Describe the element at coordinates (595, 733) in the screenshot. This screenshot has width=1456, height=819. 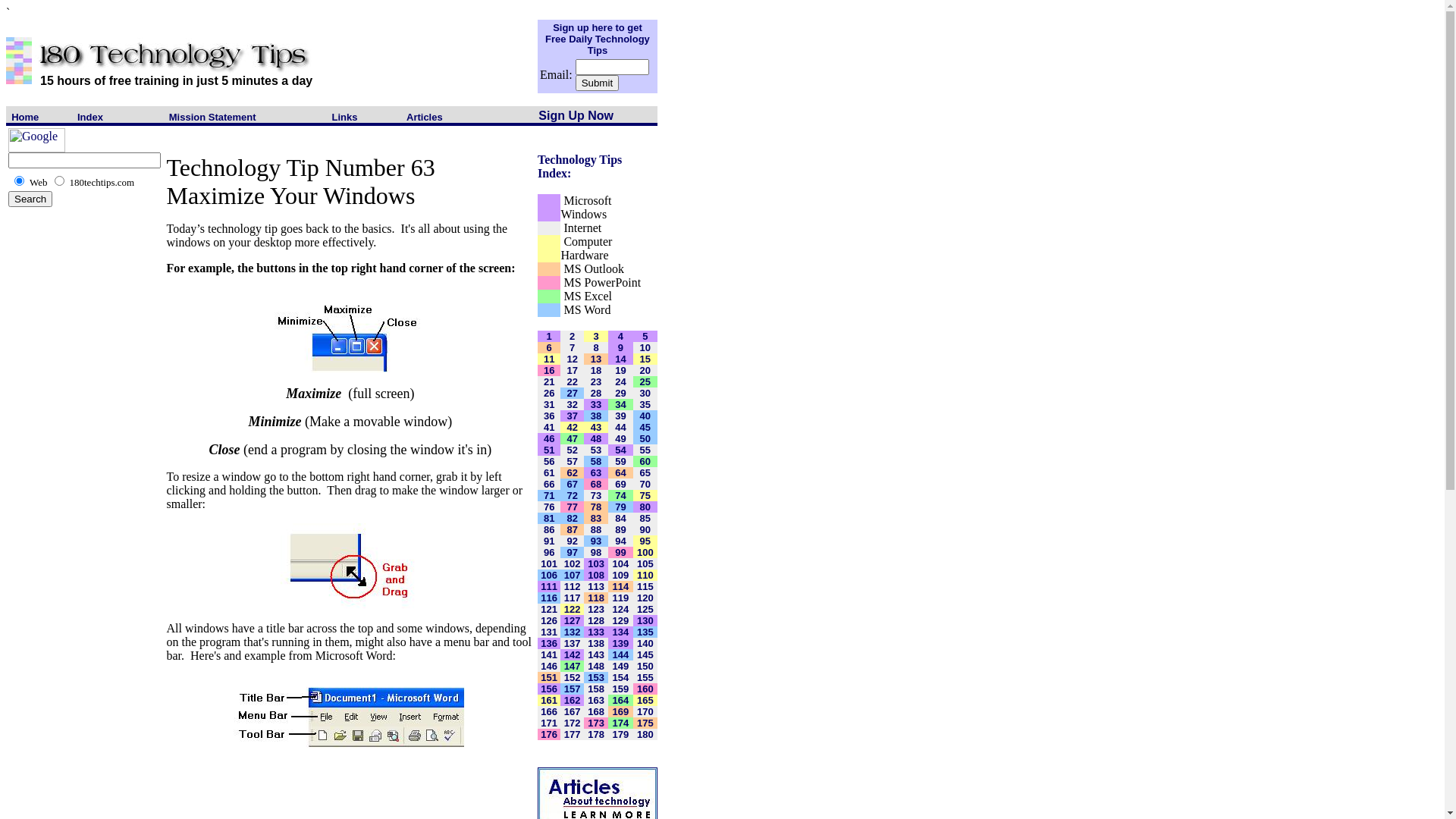
I see `'178'` at that location.